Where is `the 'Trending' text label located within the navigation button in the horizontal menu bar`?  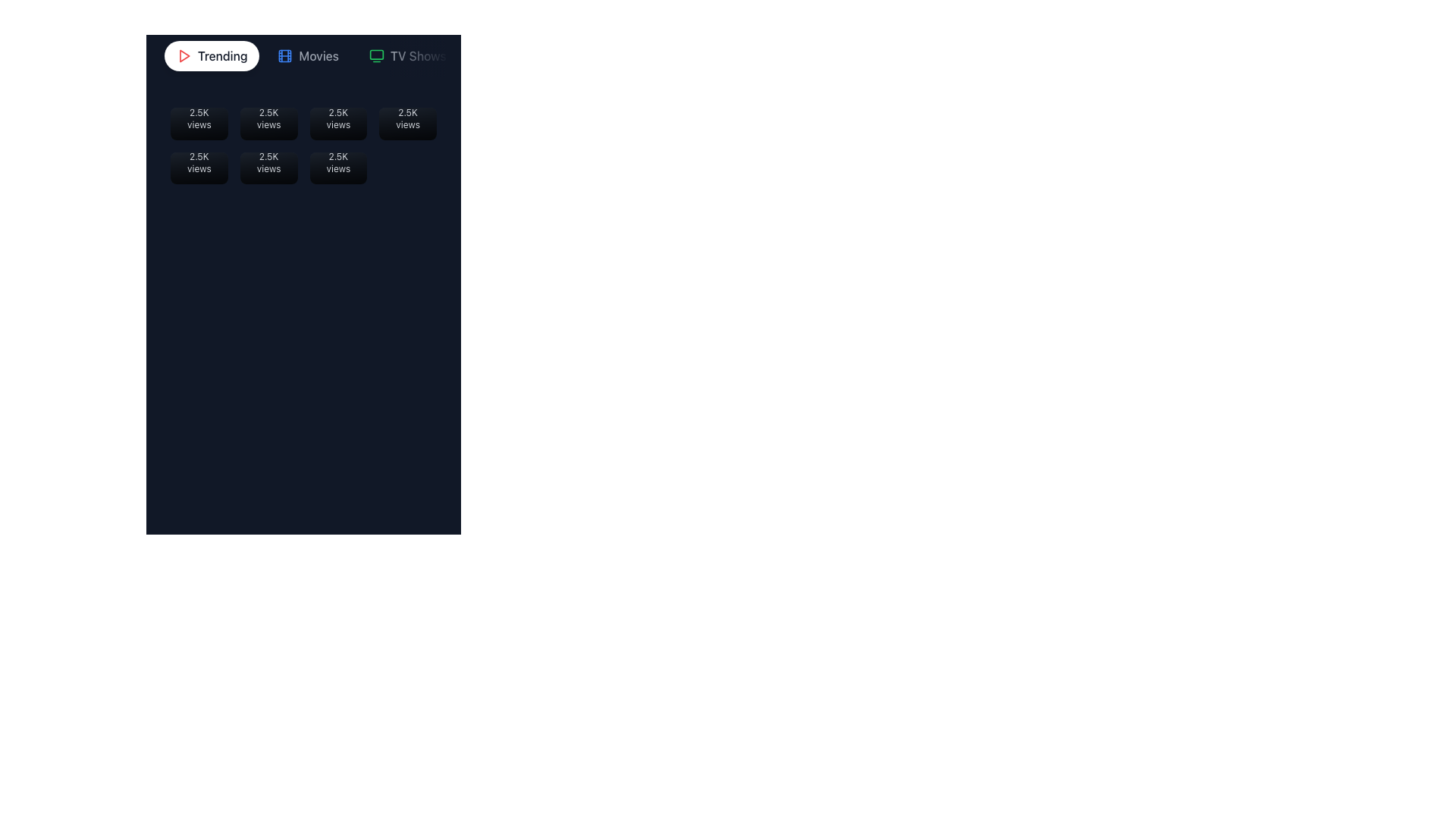
the 'Trending' text label located within the navigation button in the horizontal menu bar is located at coordinates (221, 55).